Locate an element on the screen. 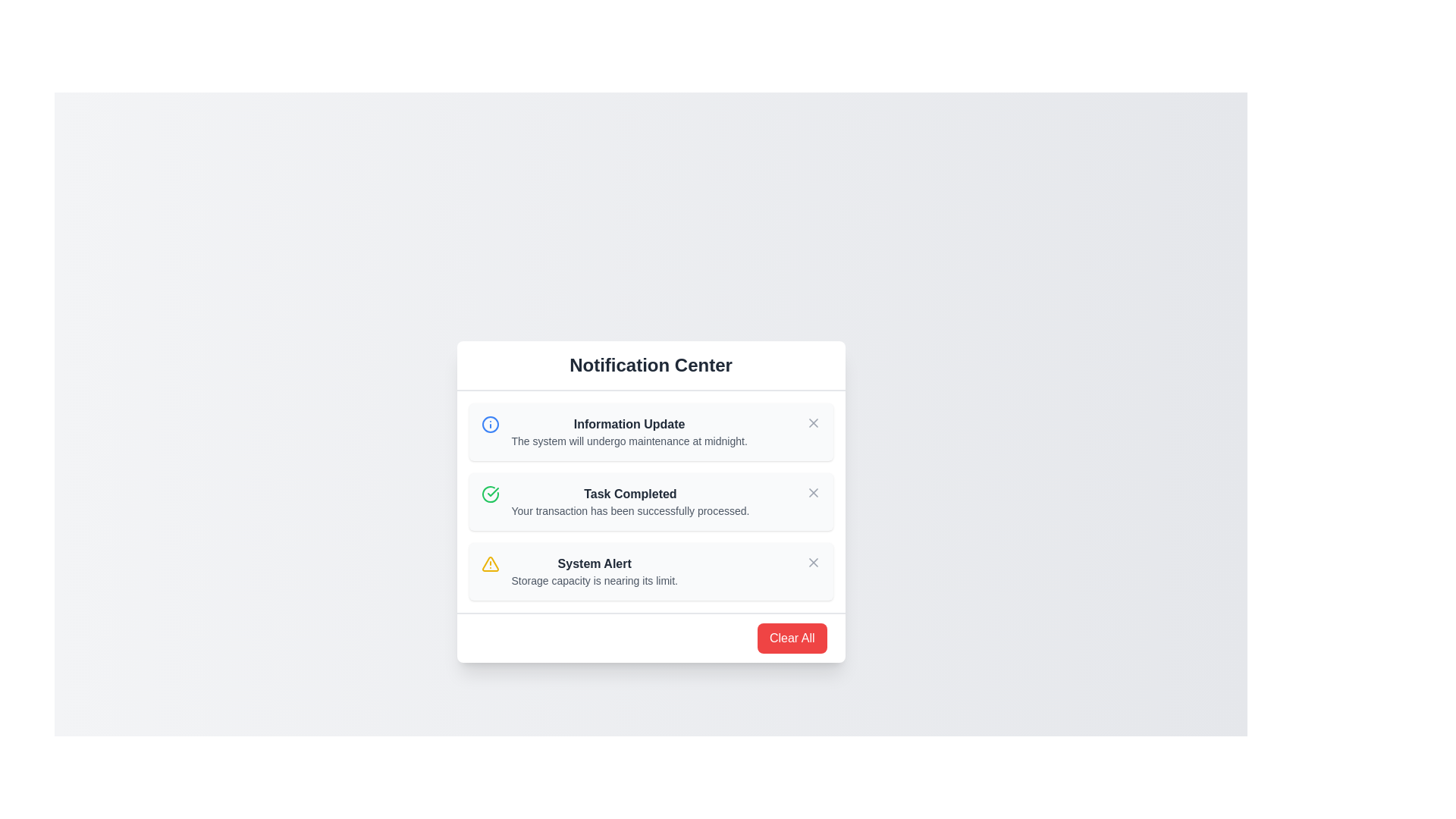 Image resolution: width=1456 pixels, height=819 pixels. text from the 'Notification Center' label, which is displayed in a bold font style at the top of a white card interface is located at coordinates (651, 366).